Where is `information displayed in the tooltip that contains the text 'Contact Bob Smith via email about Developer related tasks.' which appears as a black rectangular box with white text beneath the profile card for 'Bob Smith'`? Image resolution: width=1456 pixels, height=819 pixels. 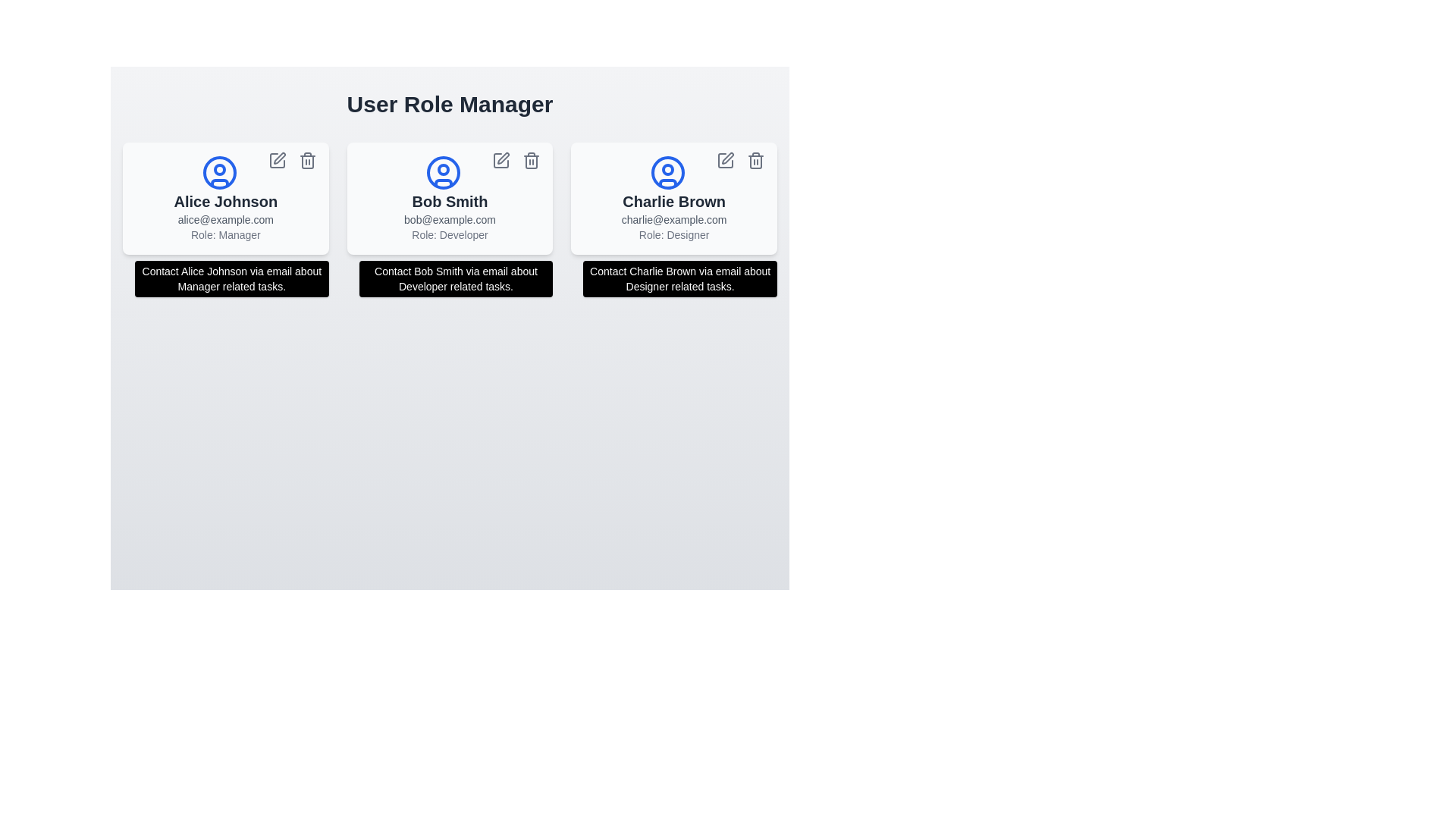
information displayed in the tooltip that contains the text 'Contact Bob Smith via email about Developer related tasks.' which appears as a black rectangular box with white text beneath the profile card for 'Bob Smith' is located at coordinates (455, 278).